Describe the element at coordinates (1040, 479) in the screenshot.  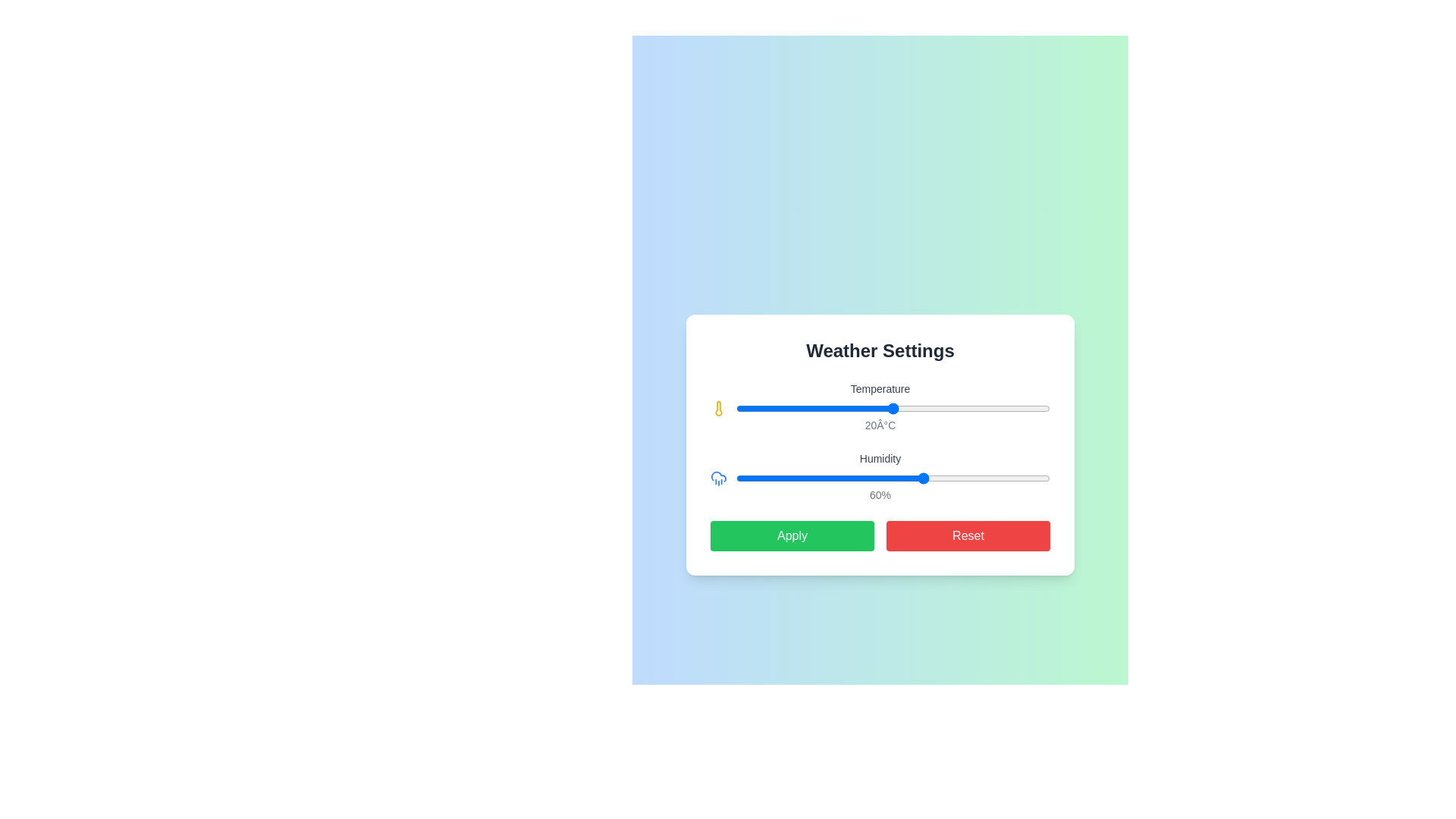
I see `the slider value` at that location.